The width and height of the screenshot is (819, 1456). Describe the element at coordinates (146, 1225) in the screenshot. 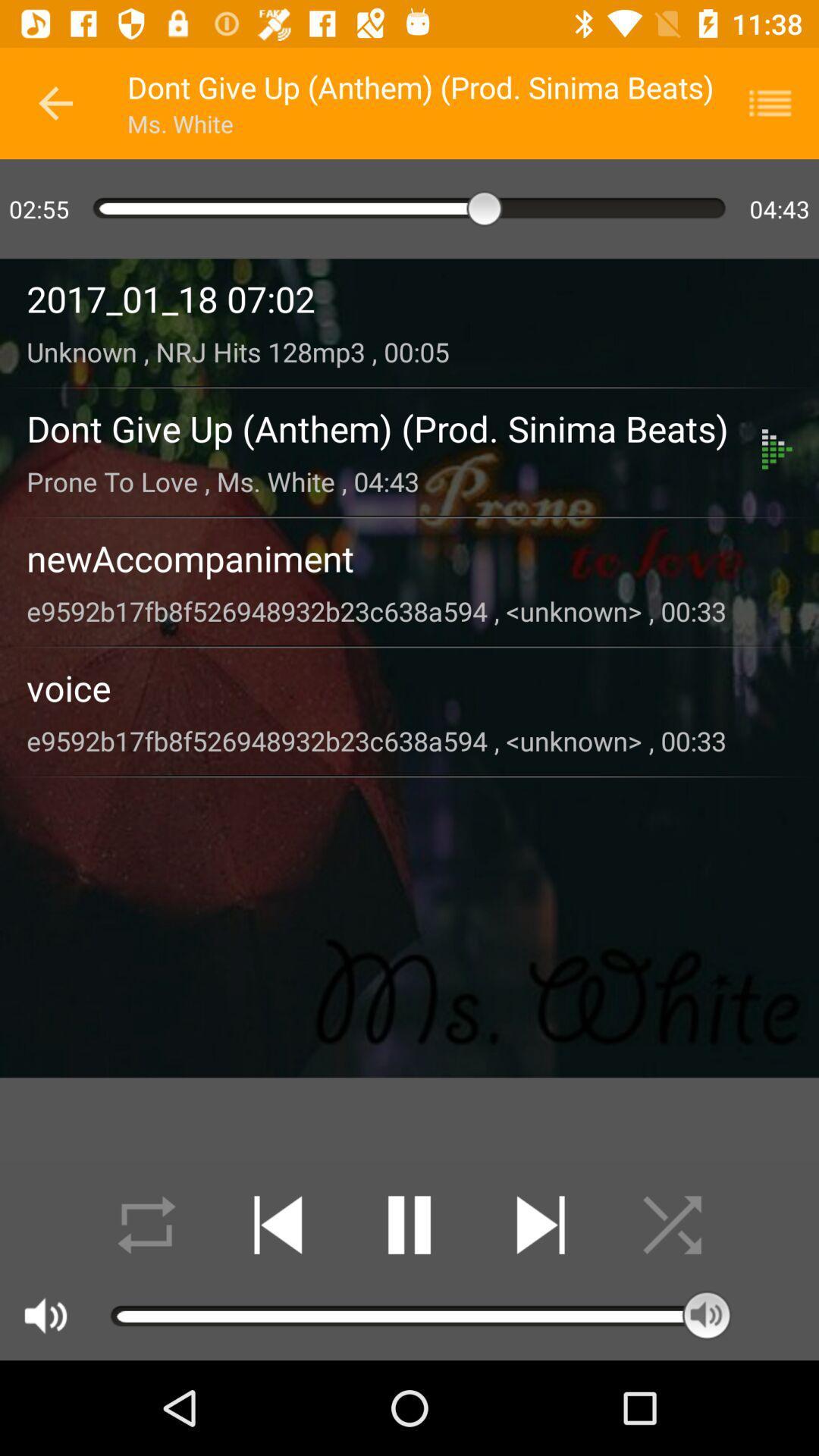

I see `the repeat icon` at that location.